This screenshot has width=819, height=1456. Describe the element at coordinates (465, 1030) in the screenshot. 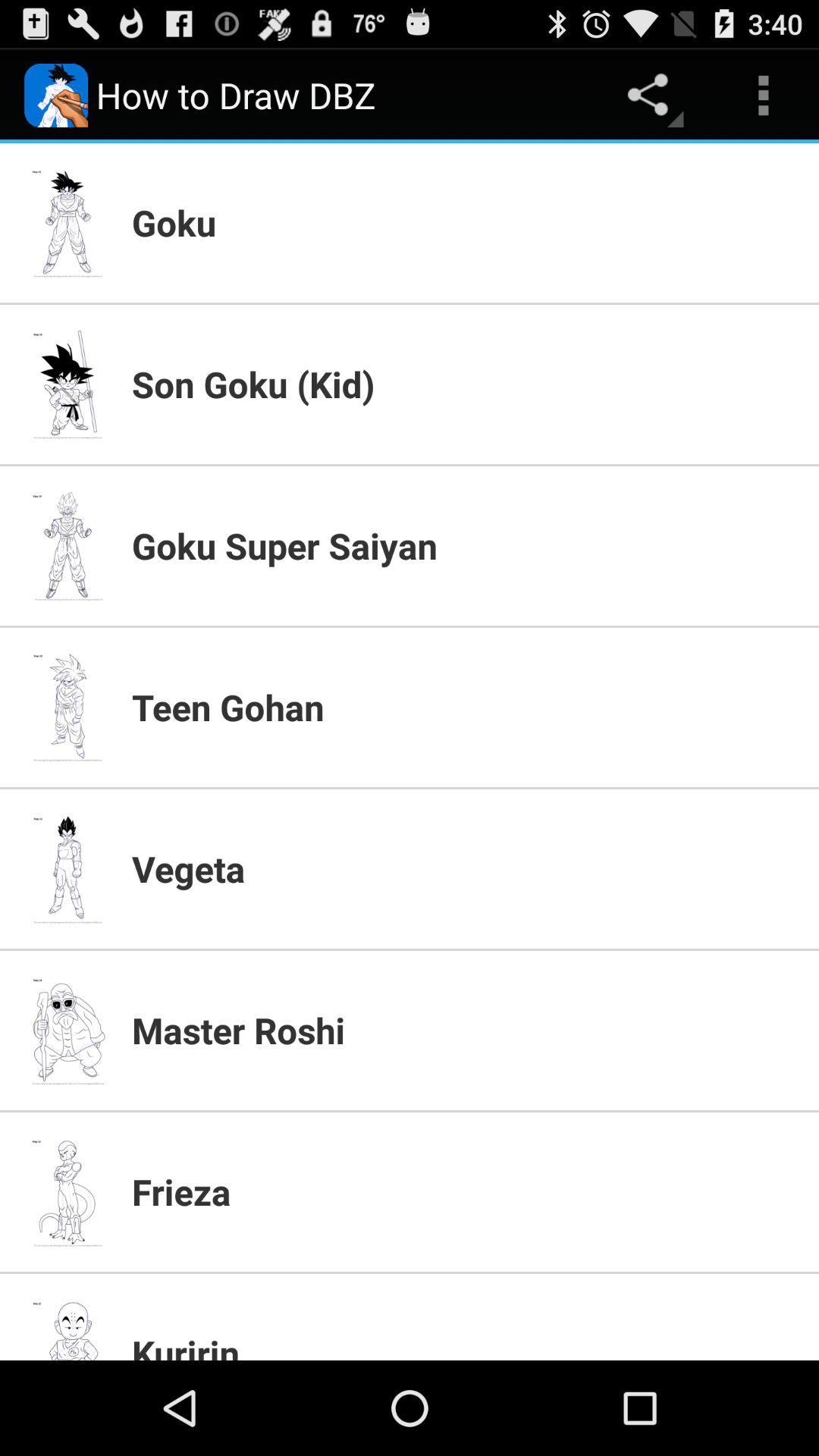

I see `the app above the frieza item` at that location.